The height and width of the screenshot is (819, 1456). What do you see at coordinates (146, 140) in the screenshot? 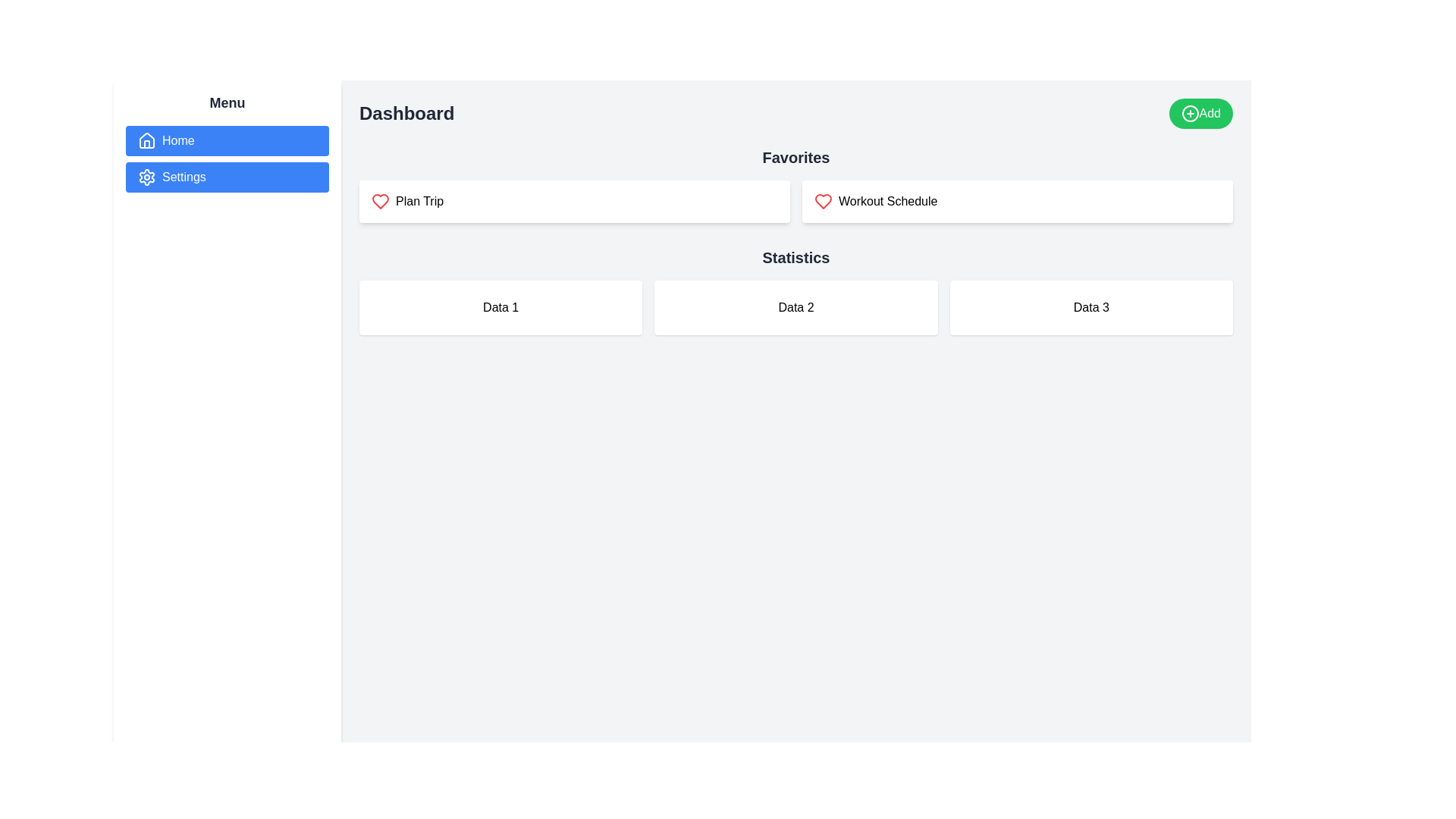
I see `the house icon within the blue 'Home' button in the navigation menu` at bounding box center [146, 140].